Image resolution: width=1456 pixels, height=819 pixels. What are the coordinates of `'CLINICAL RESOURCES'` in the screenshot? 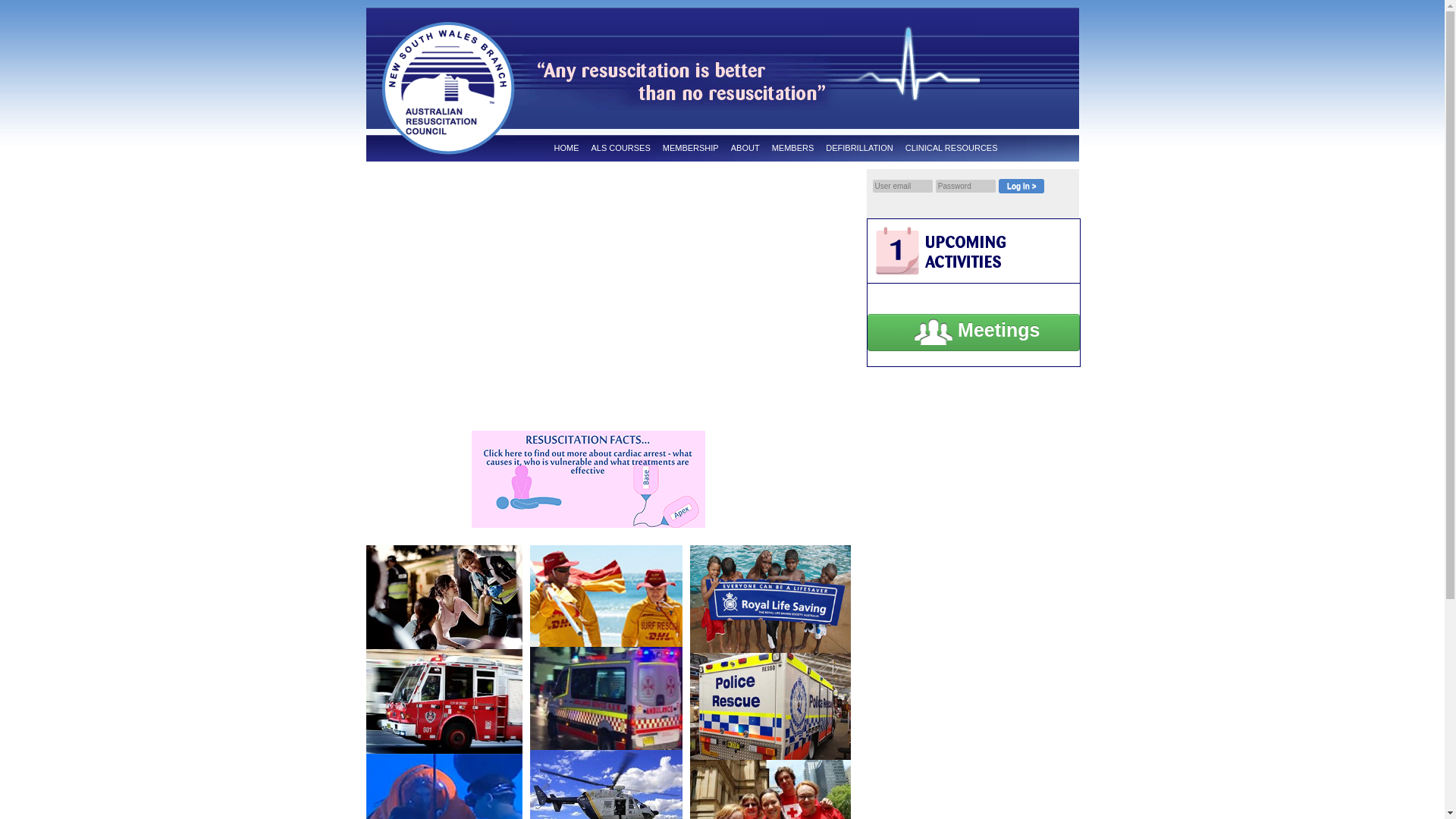 It's located at (950, 148).